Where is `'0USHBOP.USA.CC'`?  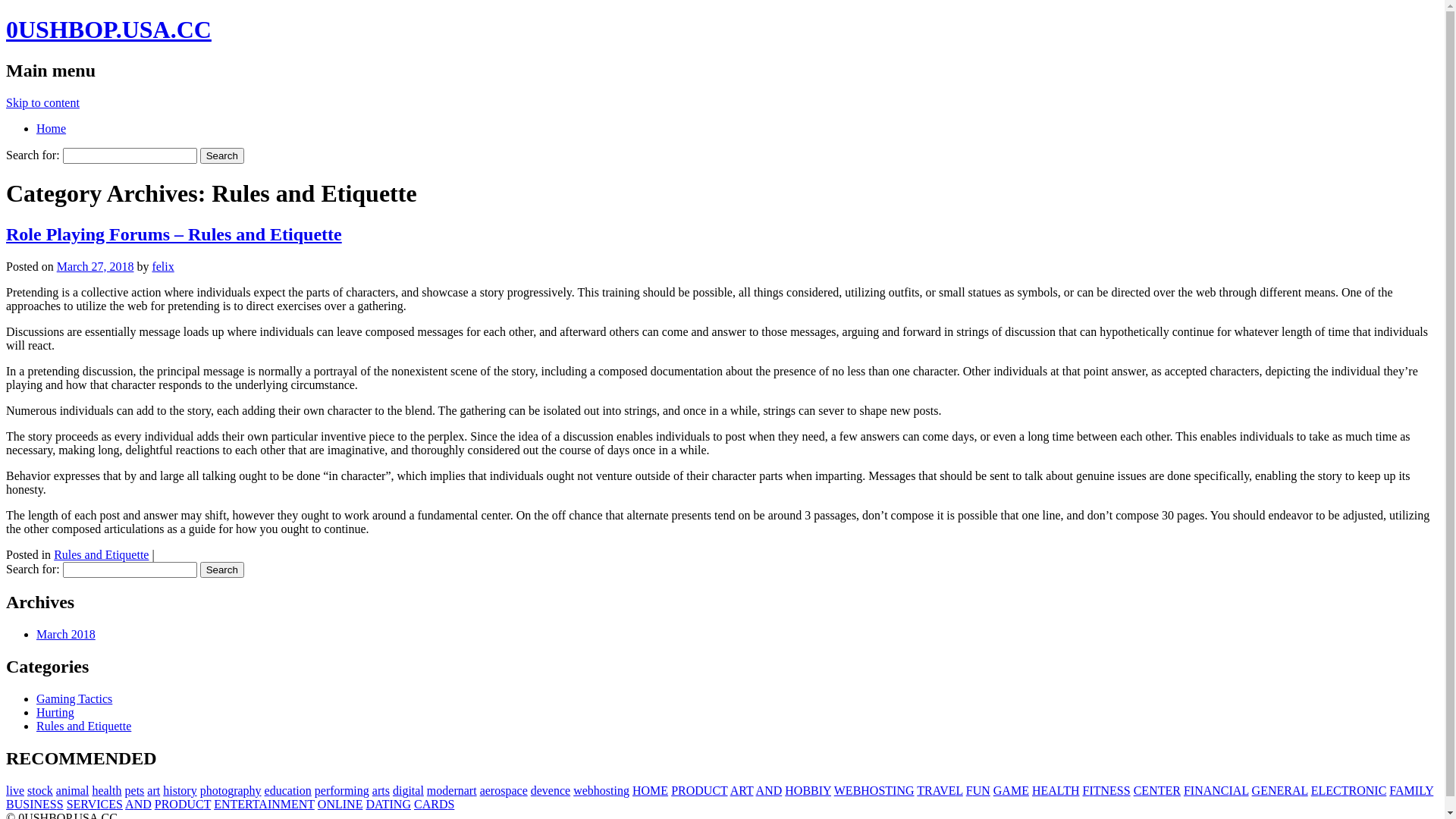
'0USHBOP.USA.CC' is located at coordinates (108, 29).